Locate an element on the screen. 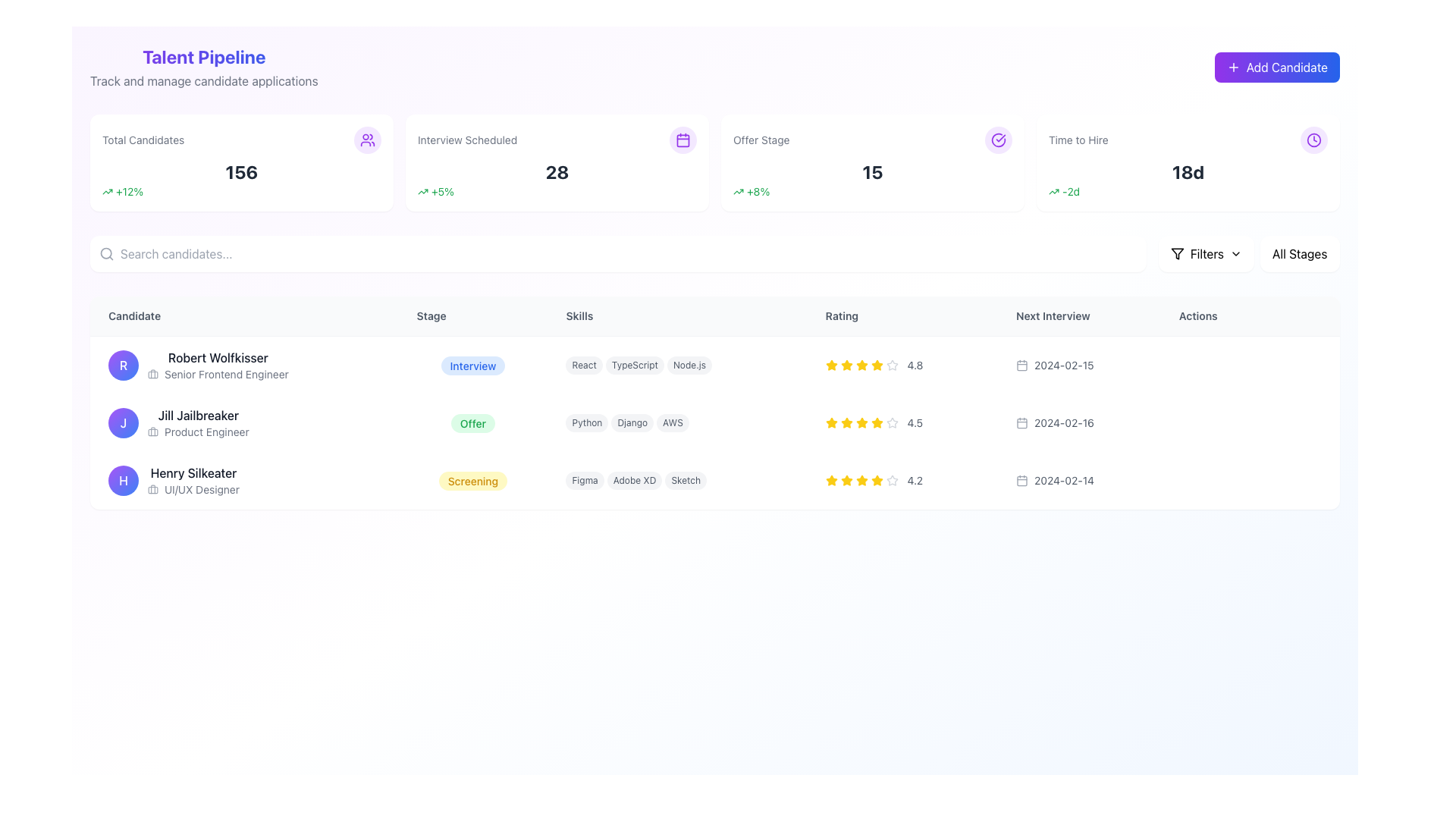  the non-interactive 'Adobe XD' skill label associated with candidate Henry Silkeater, which is centrally positioned between the 'Figma' and 'Sketch' labels in the Skills column is located at coordinates (635, 480).